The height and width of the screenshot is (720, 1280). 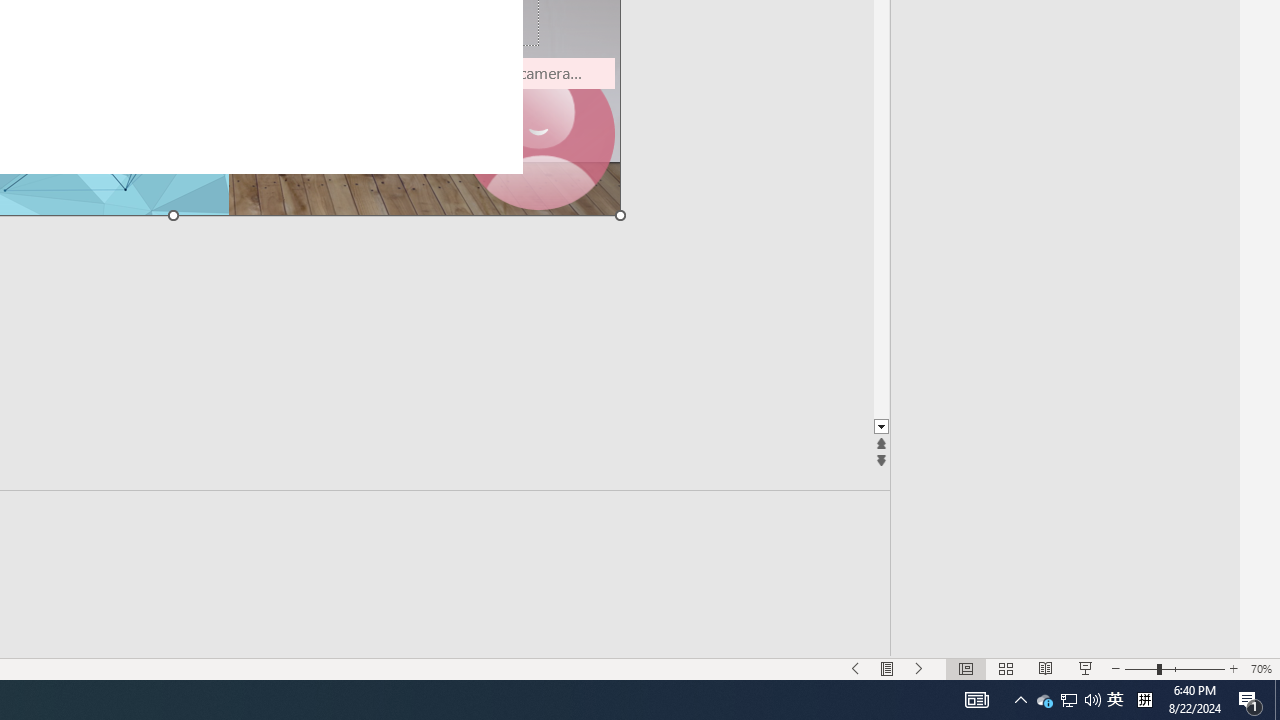 What do you see at coordinates (855, 669) in the screenshot?
I see `'Slide Show Previous On'` at bounding box center [855, 669].